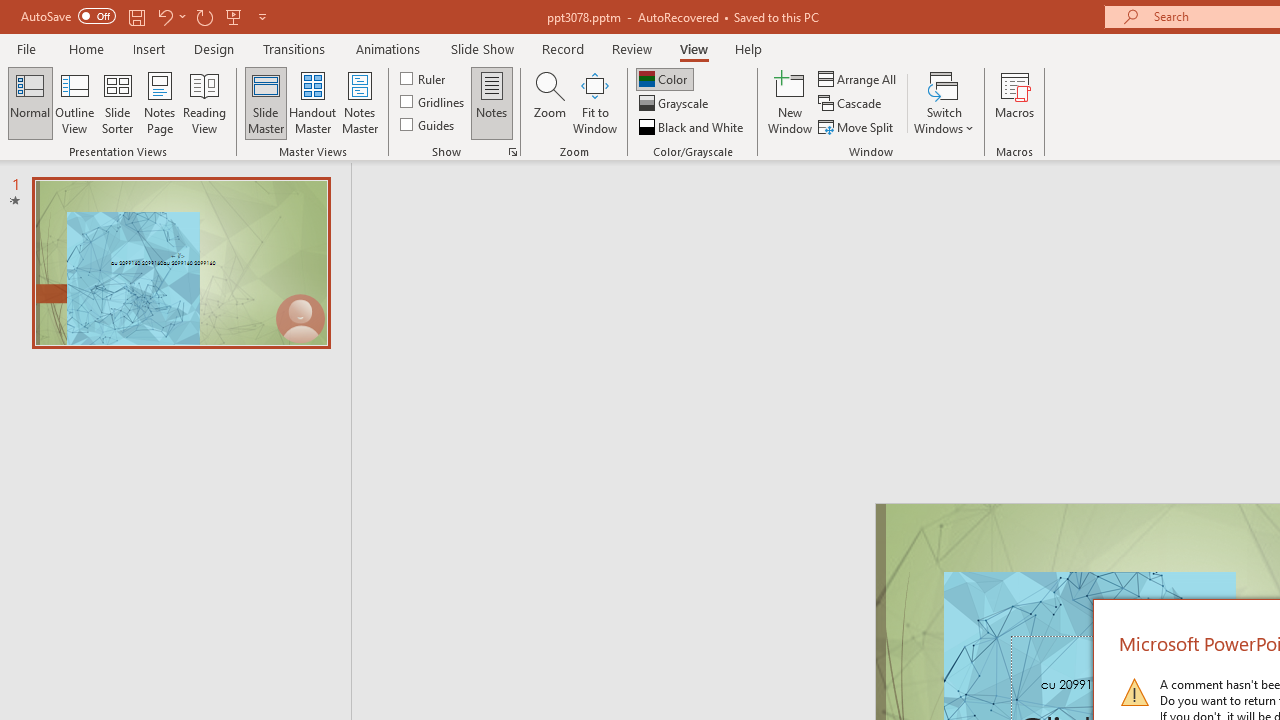 The height and width of the screenshot is (720, 1280). I want to click on 'Save', so click(135, 16).